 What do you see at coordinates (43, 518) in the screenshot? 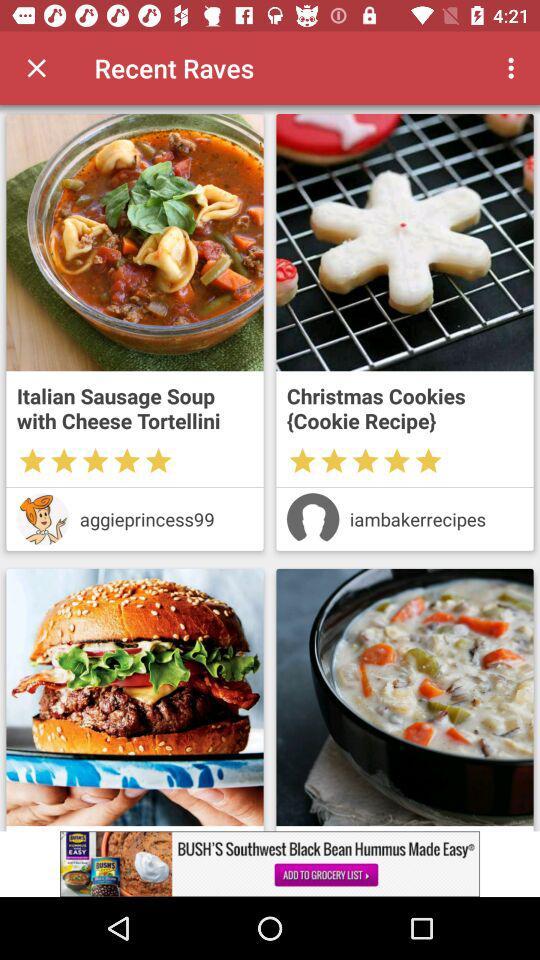
I see `profile picture` at bounding box center [43, 518].